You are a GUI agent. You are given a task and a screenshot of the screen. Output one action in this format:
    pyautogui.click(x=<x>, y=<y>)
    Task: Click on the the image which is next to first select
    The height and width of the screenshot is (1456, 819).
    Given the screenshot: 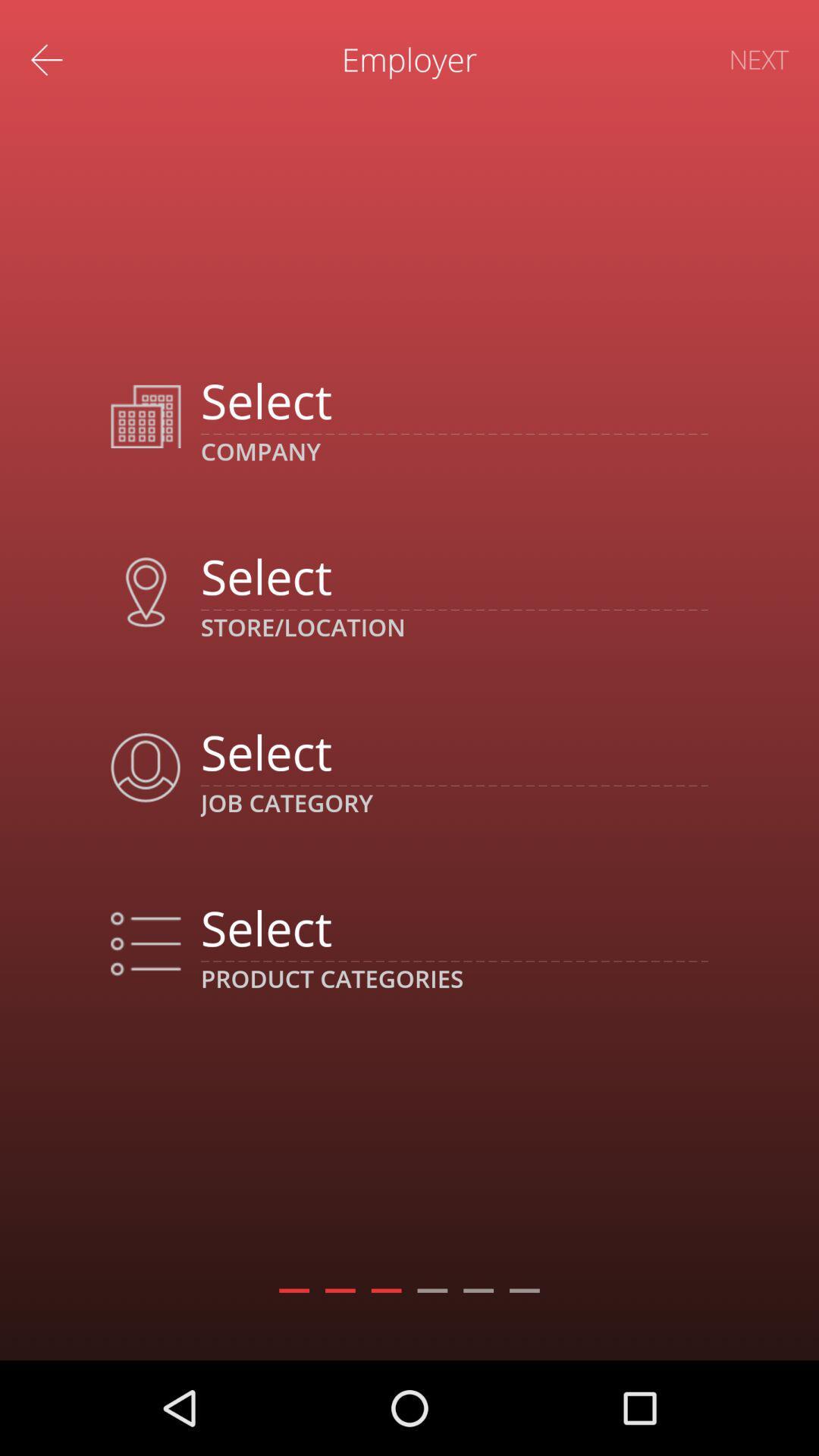 What is the action you would take?
    pyautogui.click(x=146, y=416)
    